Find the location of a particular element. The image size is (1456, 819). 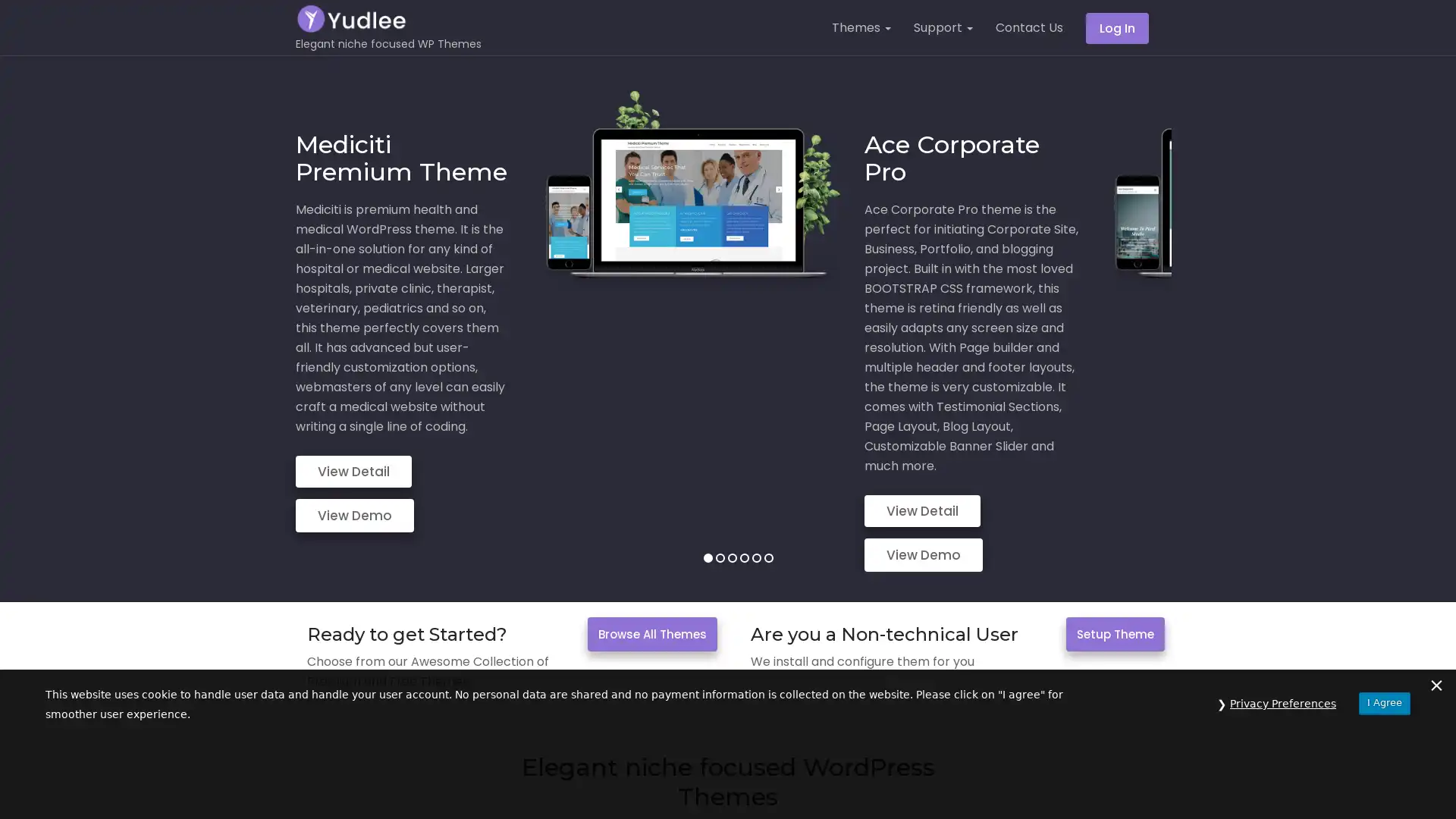

6 is located at coordinates (767, 451).